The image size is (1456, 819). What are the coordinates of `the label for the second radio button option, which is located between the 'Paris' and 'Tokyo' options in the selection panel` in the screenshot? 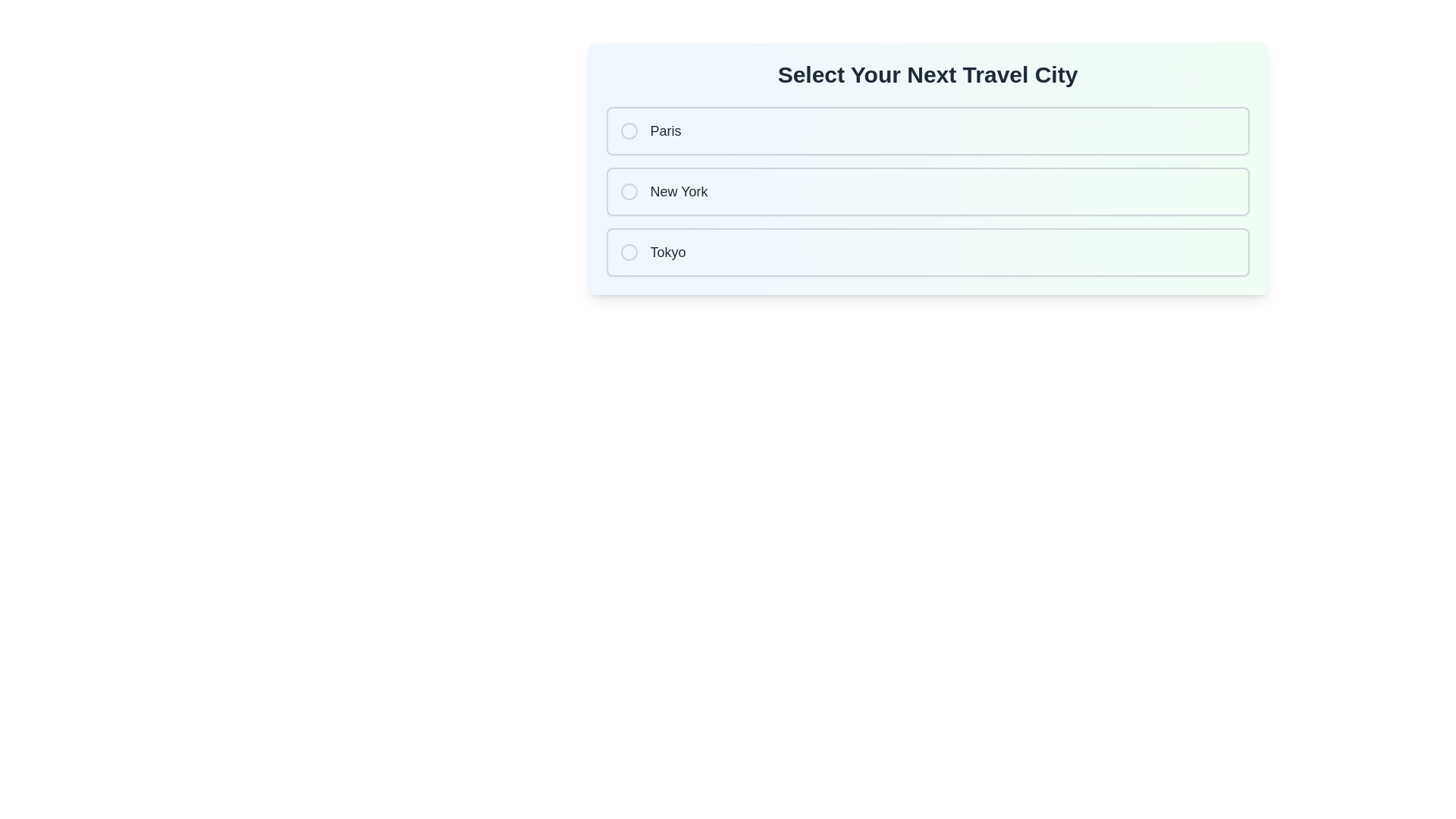 It's located at (678, 191).